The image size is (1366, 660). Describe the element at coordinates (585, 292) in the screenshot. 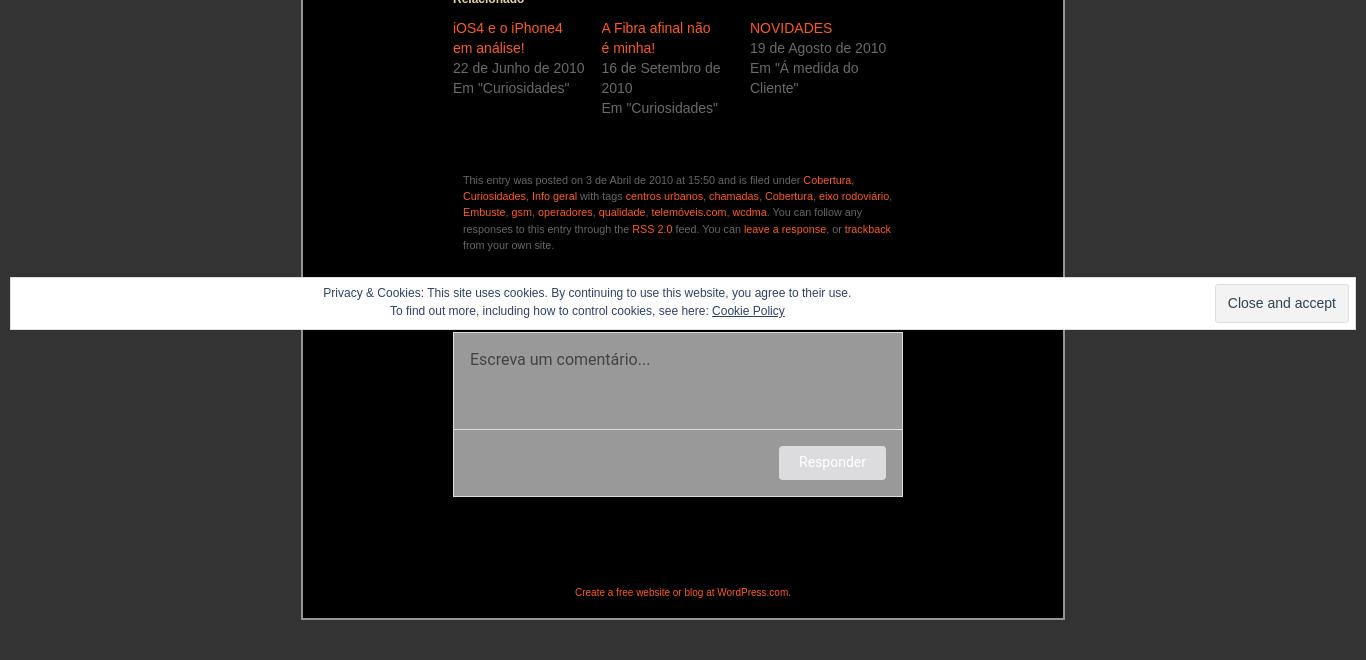

I see `'Privacy & Cookies: This site uses cookies. By continuing to use this website, you agree to their use.'` at that location.